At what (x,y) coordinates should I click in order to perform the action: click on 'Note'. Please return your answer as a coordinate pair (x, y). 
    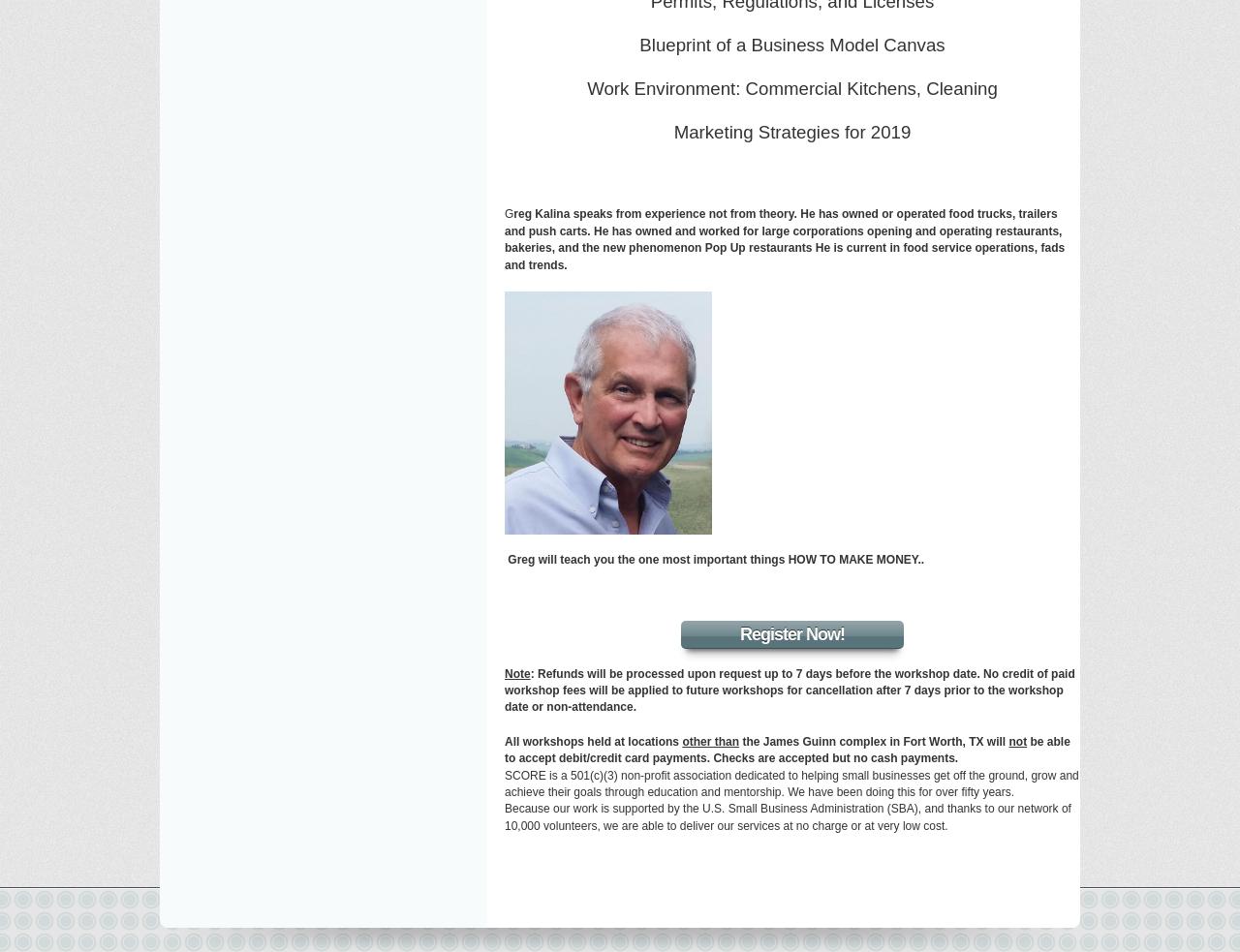
    Looking at the image, I should click on (517, 671).